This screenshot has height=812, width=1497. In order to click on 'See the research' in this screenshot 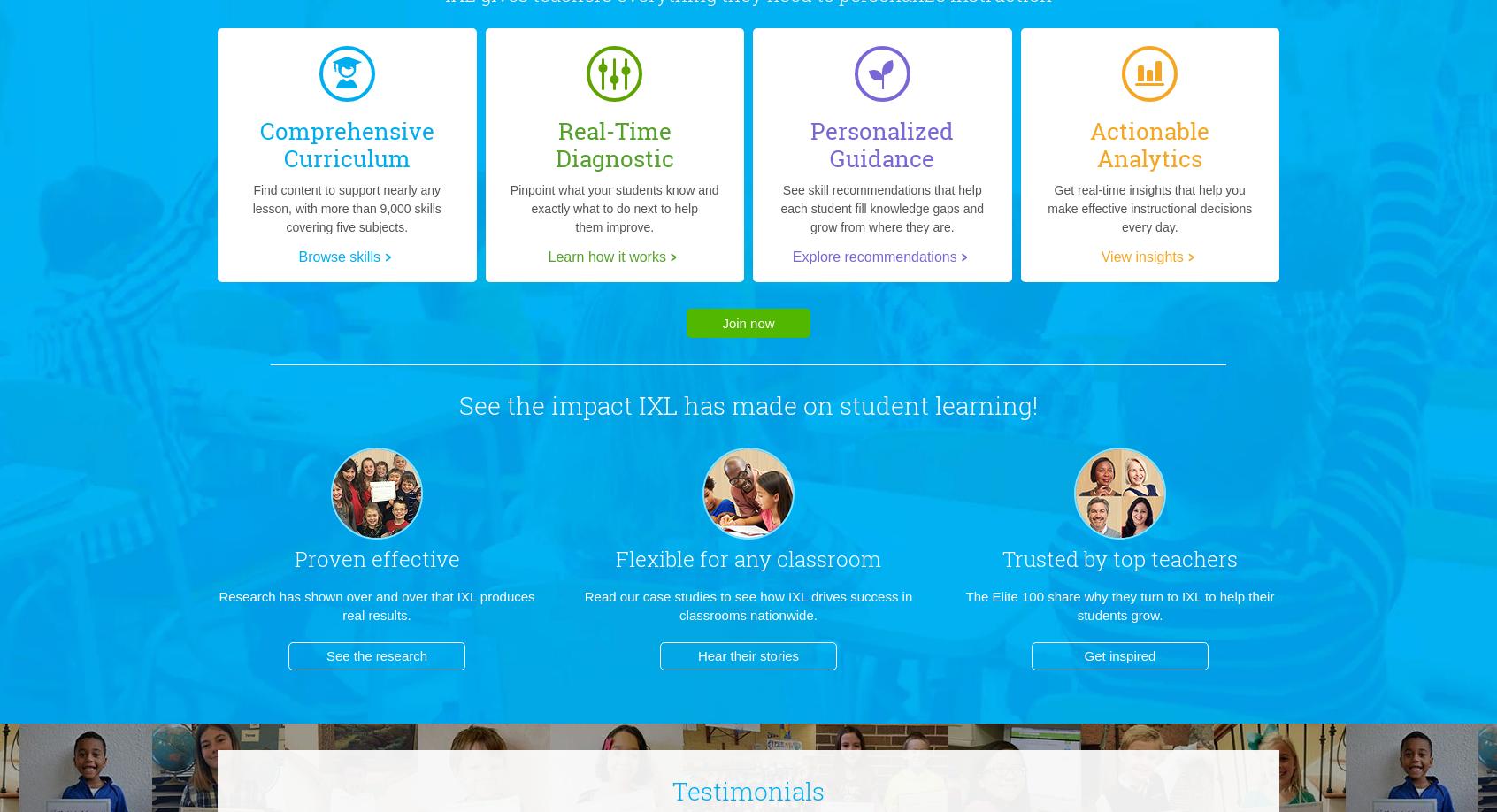, I will do `click(375, 654)`.